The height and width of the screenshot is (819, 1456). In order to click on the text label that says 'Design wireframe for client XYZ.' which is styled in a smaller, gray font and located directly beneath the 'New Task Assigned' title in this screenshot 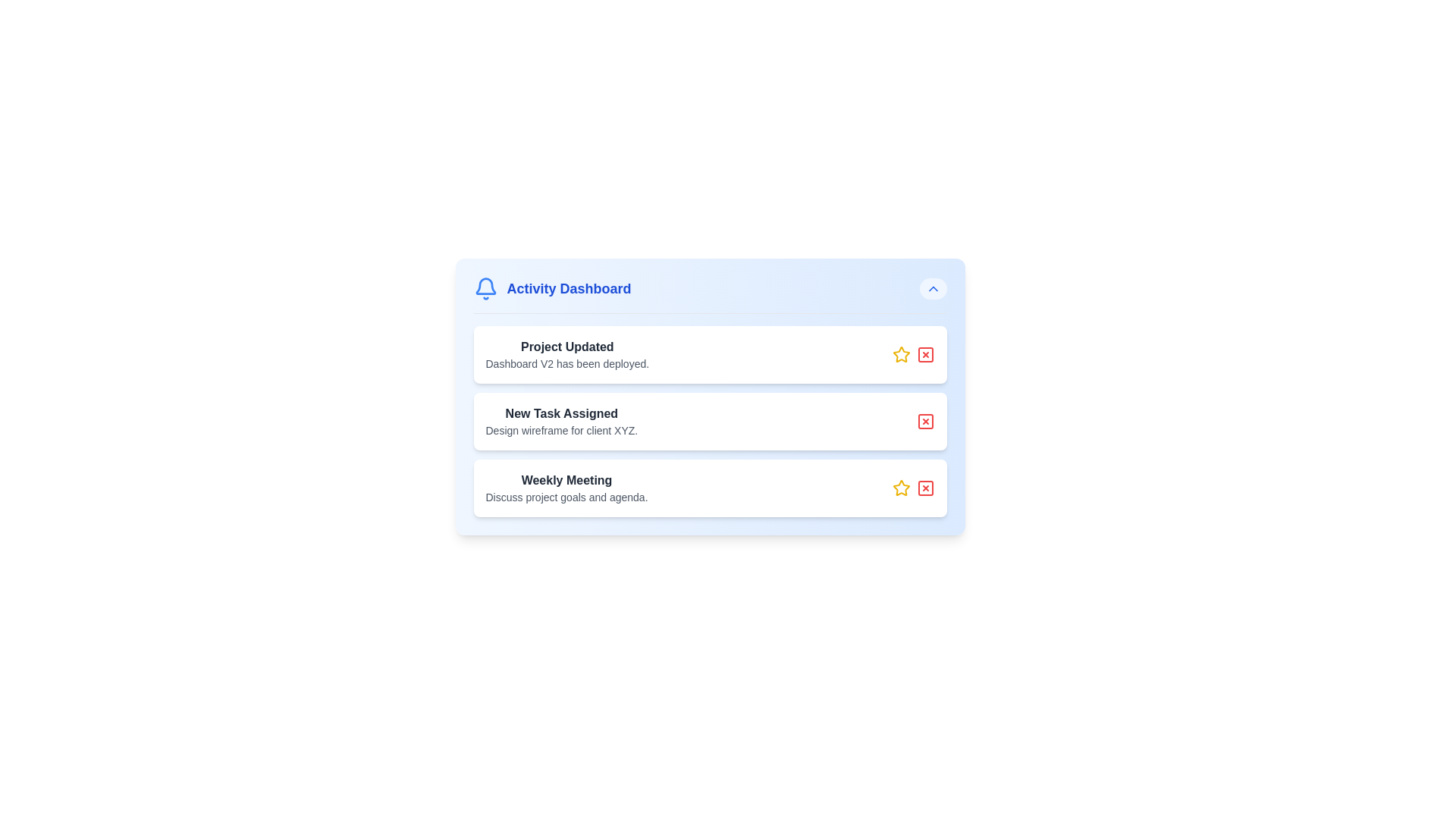, I will do `click(560, 430)`.